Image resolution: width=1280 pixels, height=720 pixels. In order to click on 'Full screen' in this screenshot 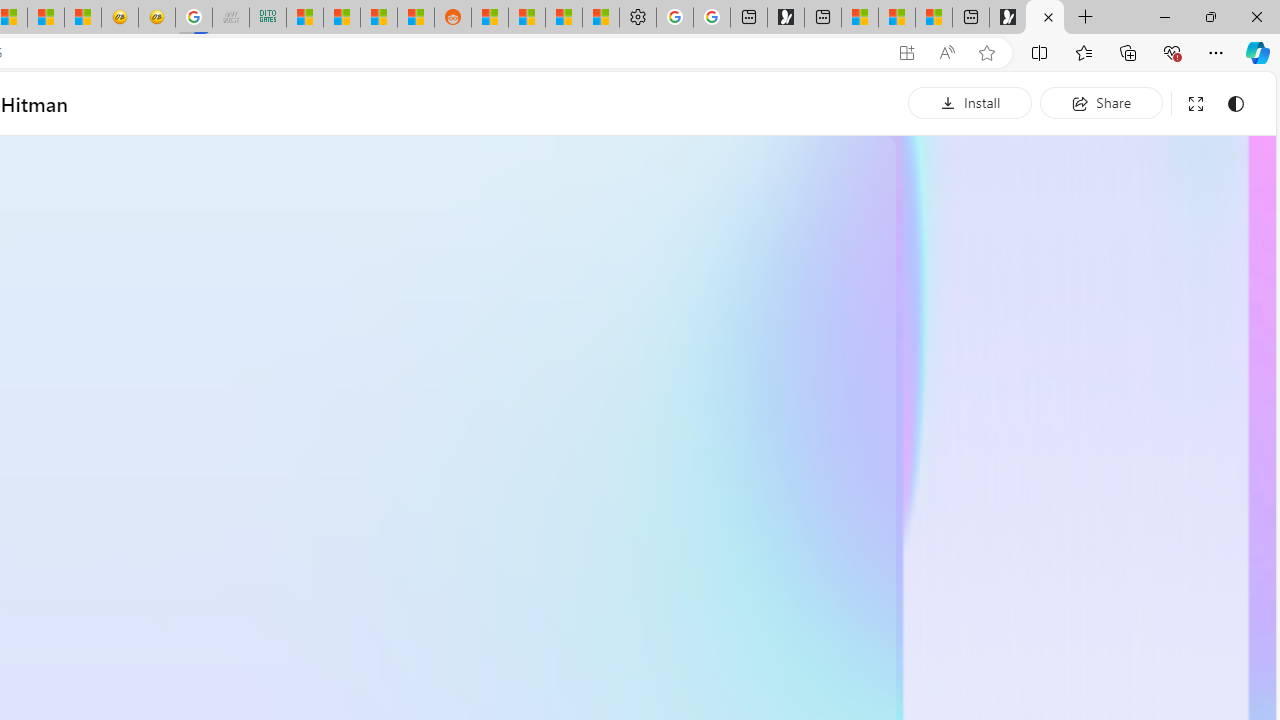, I will do `click(1195, 103)`.